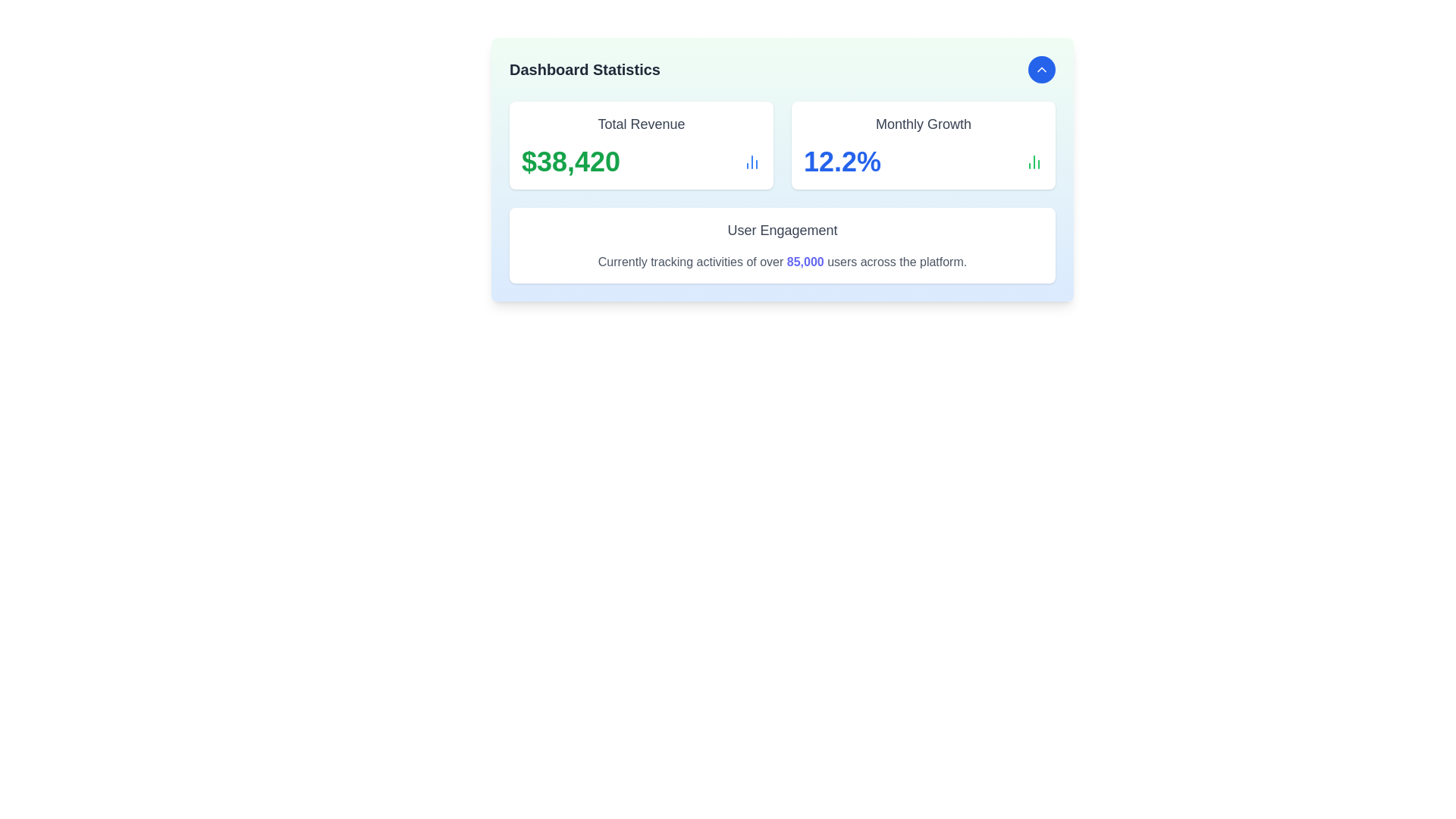 The height and width of the screenshot is (819, 1456). What do you see at coordinates (923, 146) in the screenshot?
I see `the Informational card displaying the monthly growth percentage in the dashboard, which is located in the second column of the top row, adjacent to the Total Revenue card` at bounding box center [923, 146].